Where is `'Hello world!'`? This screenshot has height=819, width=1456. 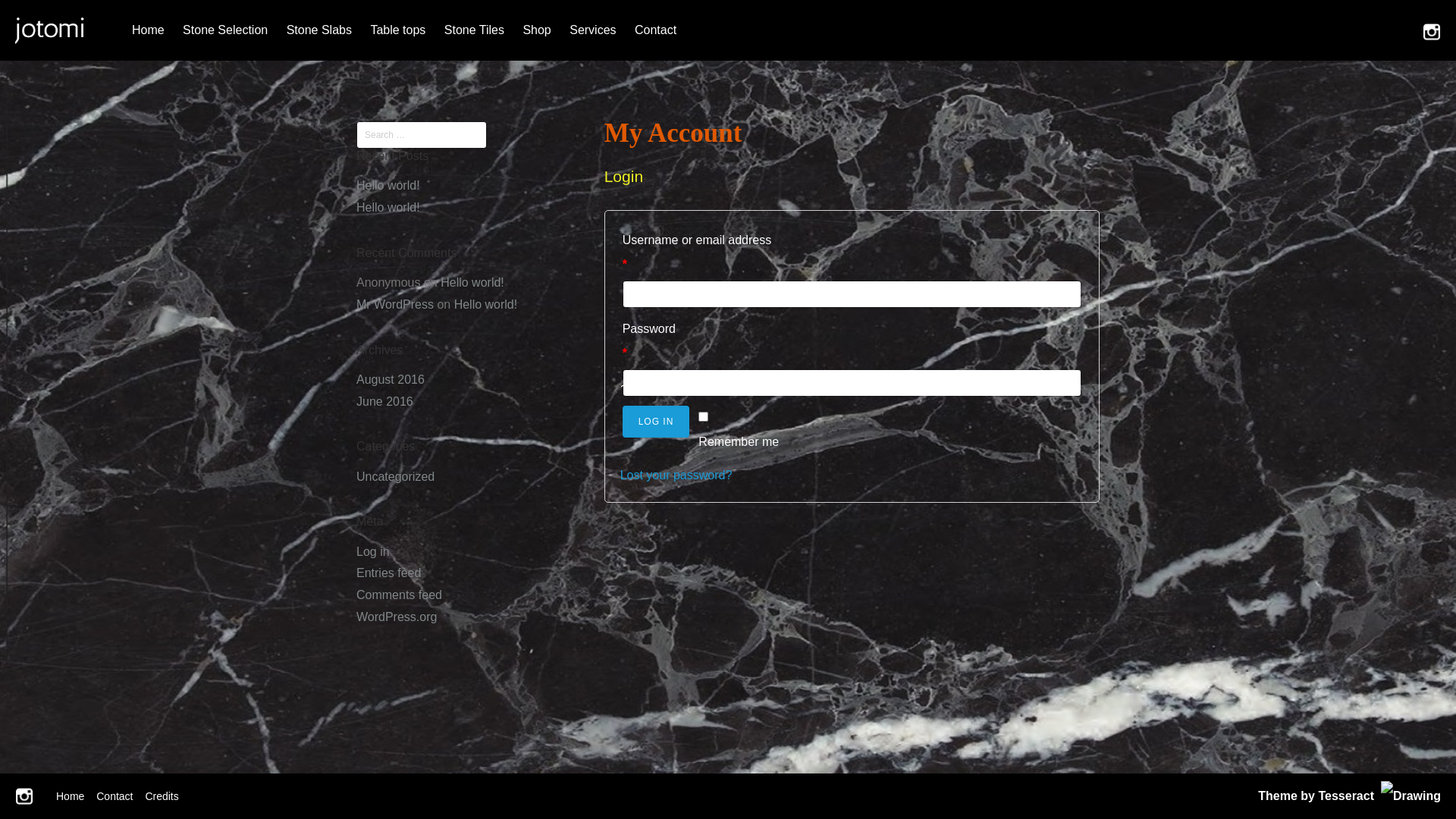
'Hello world!' is located at coordinates (388, 207).